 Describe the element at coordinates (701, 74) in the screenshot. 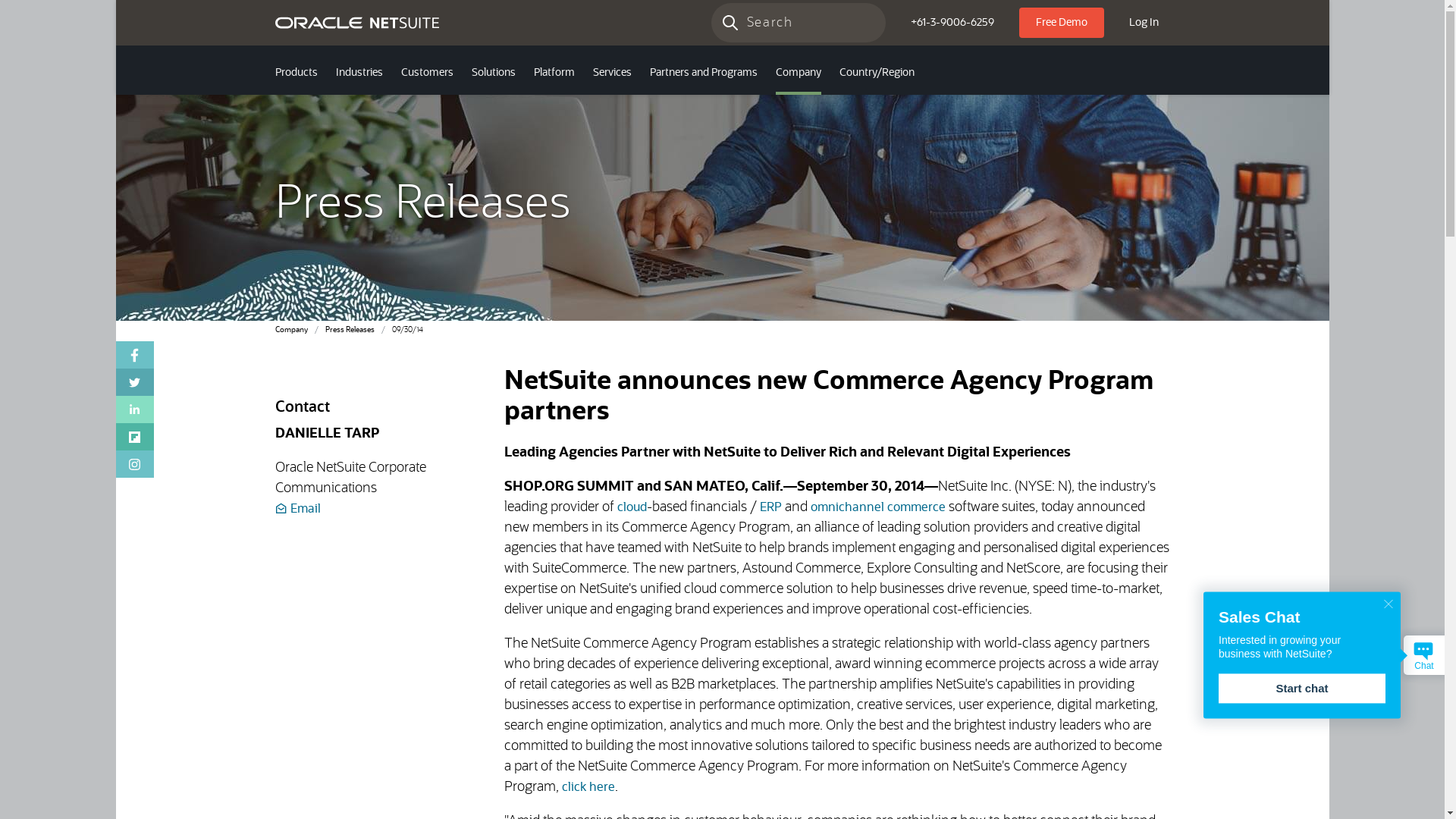

I see `'Partners and Programs'` at that location.